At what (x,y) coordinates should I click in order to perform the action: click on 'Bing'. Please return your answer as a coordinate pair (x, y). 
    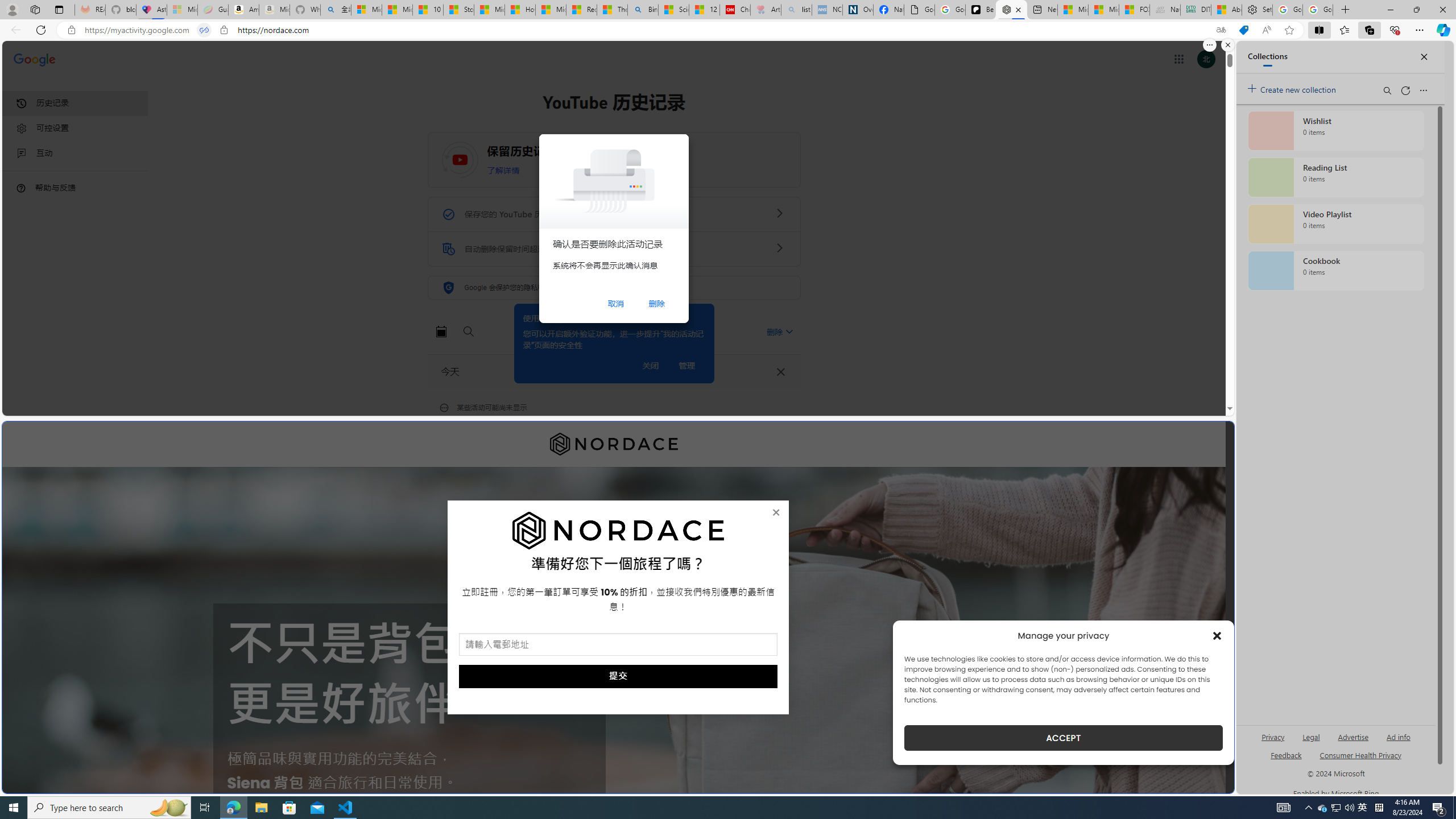
    Looking at the image, I should click on (642, 9).